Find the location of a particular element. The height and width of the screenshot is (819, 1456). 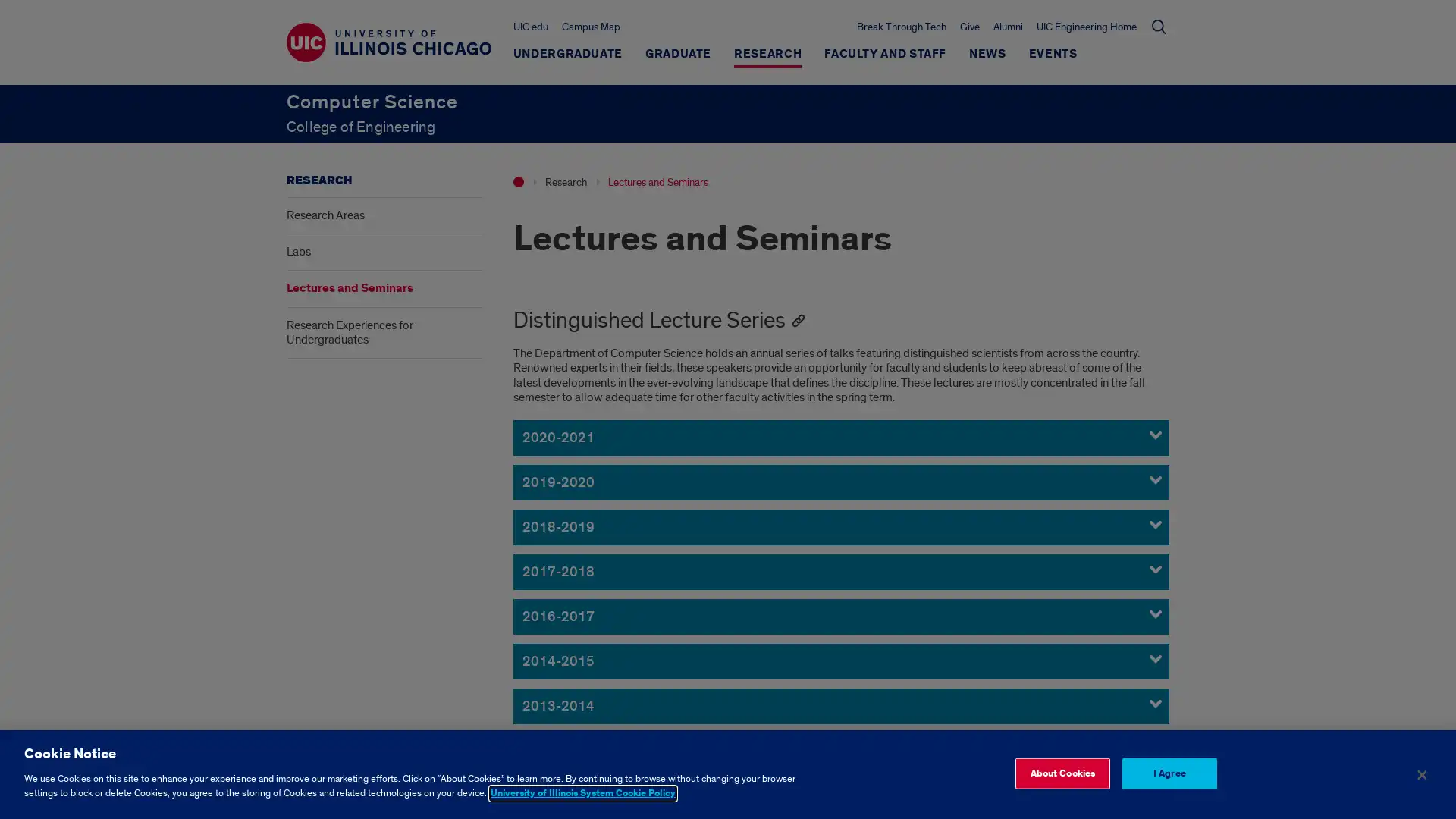

2014-2015 is located at coordinates (839, 660).